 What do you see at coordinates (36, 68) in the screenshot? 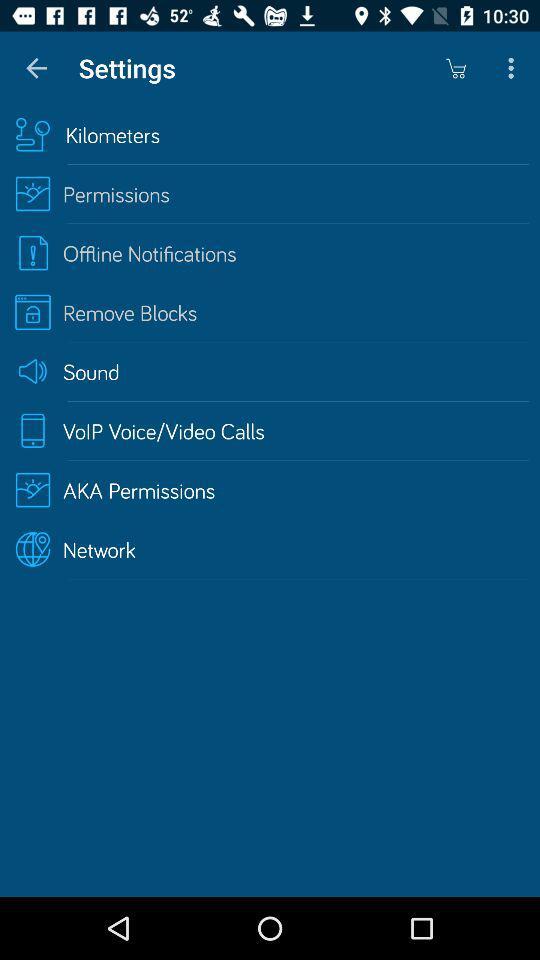
I see `the icon to the left of the settings item` at bounding box center [36, 68].